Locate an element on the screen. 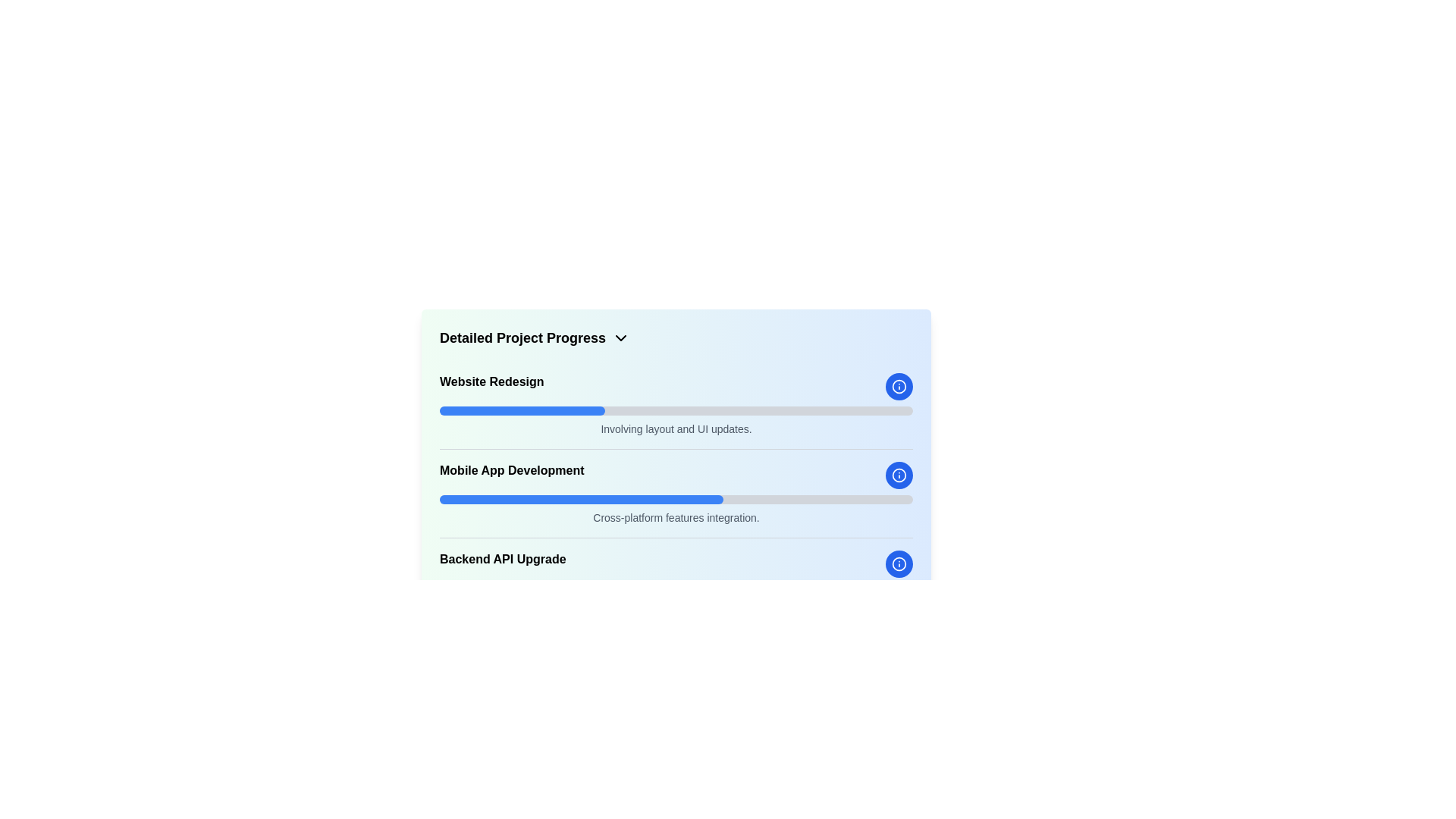 This screenshot has height=819, width=1456. the progress bar indicating the project 'Website Redesign', which is currently at 35% is located at coordinates (522, 411).